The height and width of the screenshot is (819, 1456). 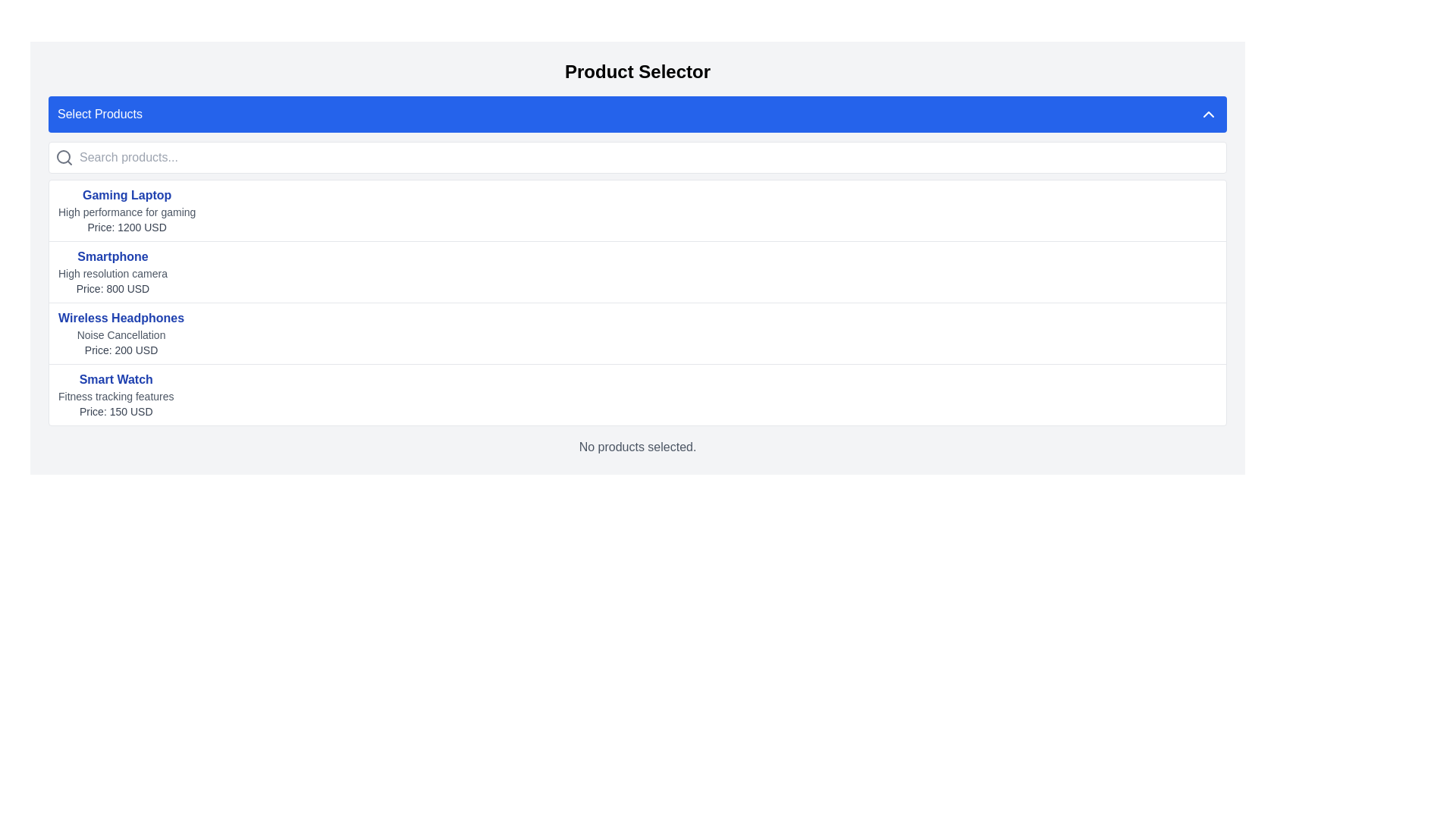 I want to click on the price label of the 'Wireless Headphones' product, which is located below the subtitle 'Noise Cancellation' and above the 'Smart Watch' product block, so click(x=121, y=350).